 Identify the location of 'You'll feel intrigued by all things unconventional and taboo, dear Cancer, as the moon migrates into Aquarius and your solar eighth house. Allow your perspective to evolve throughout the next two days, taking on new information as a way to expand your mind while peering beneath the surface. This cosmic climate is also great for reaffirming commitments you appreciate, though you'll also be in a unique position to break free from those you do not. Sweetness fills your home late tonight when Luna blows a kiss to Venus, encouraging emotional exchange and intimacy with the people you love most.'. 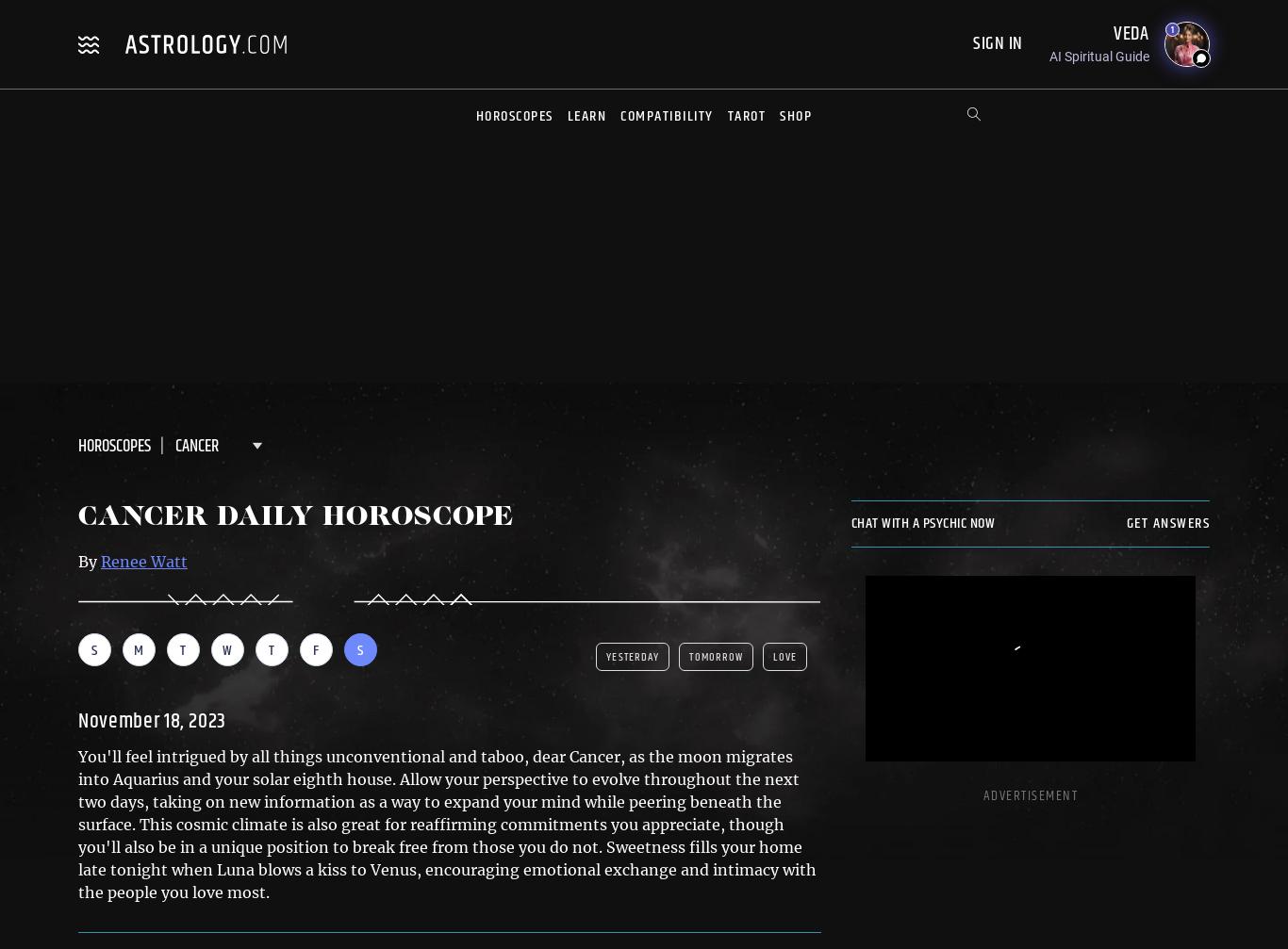
(447, 823).